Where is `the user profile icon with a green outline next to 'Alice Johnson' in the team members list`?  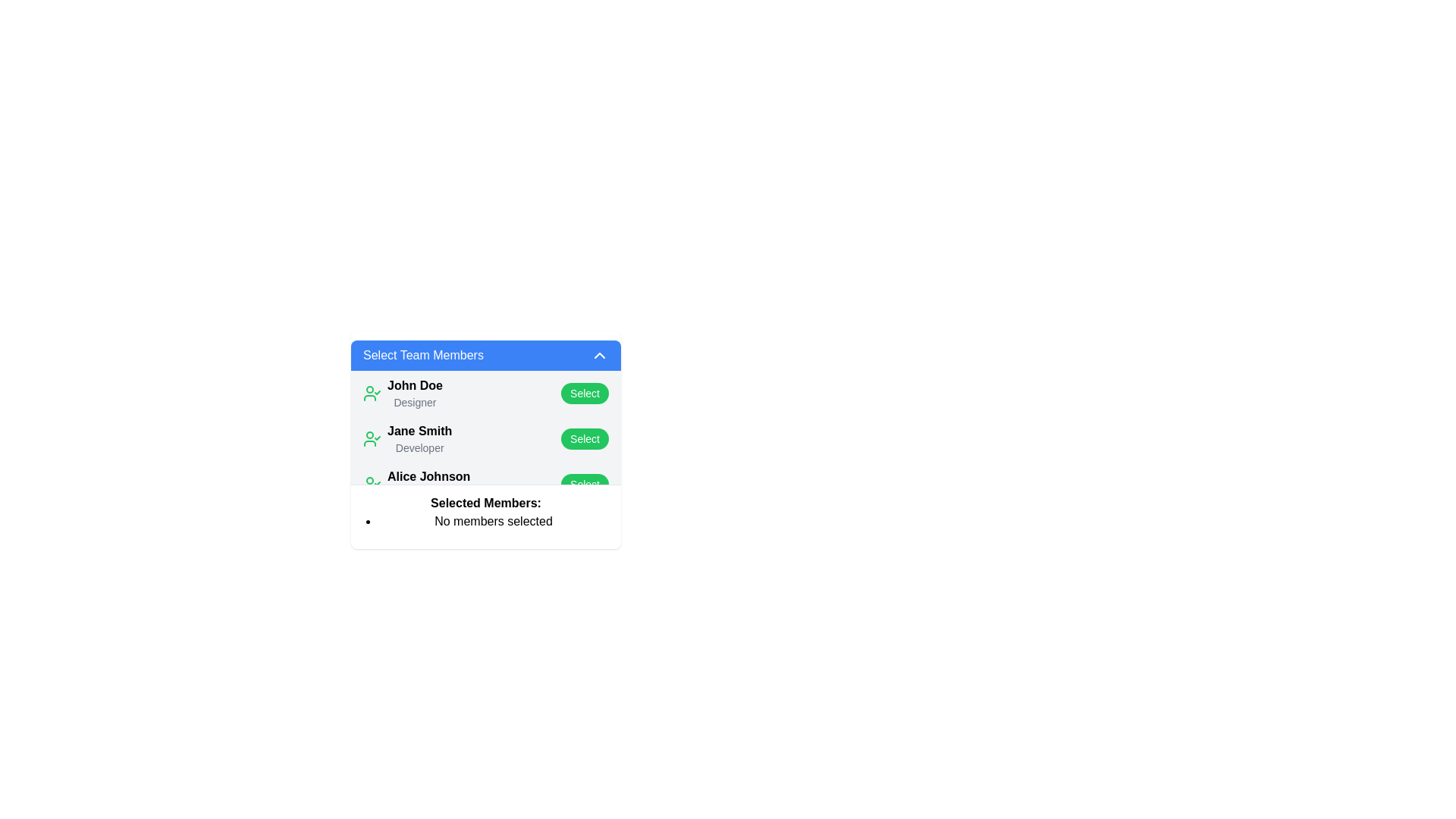
the user profile icon with a green outline next to 'Alice Johnson' in the team members list is located at coordinates (372, 485).